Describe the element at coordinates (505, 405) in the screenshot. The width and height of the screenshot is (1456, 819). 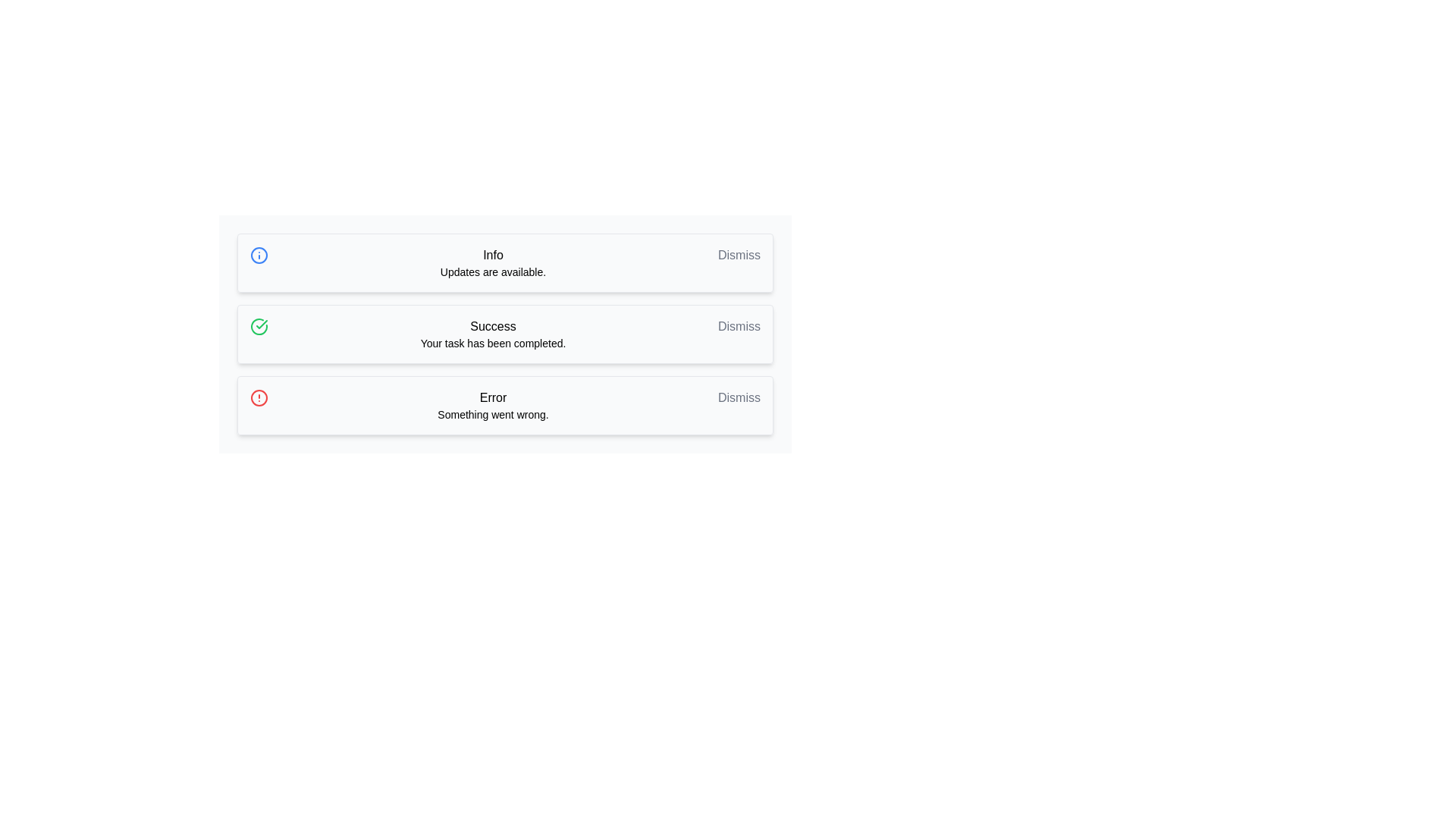
I see `error message displayed in the notification card with a light red background and a bold title 'Error' stating 'Something went wrong.'` at that location.